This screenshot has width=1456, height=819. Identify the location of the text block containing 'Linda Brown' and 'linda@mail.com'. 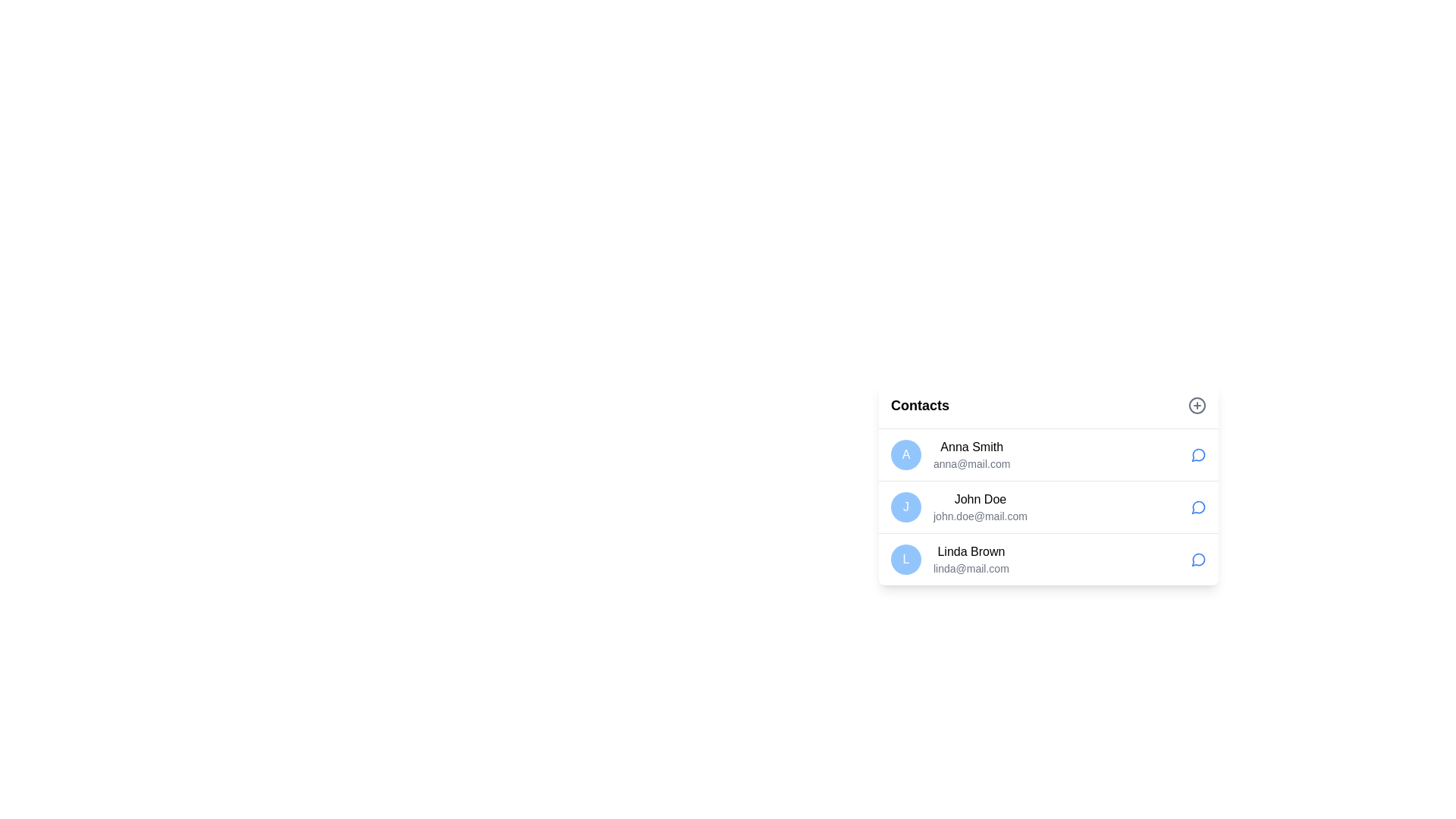
(971, 559).